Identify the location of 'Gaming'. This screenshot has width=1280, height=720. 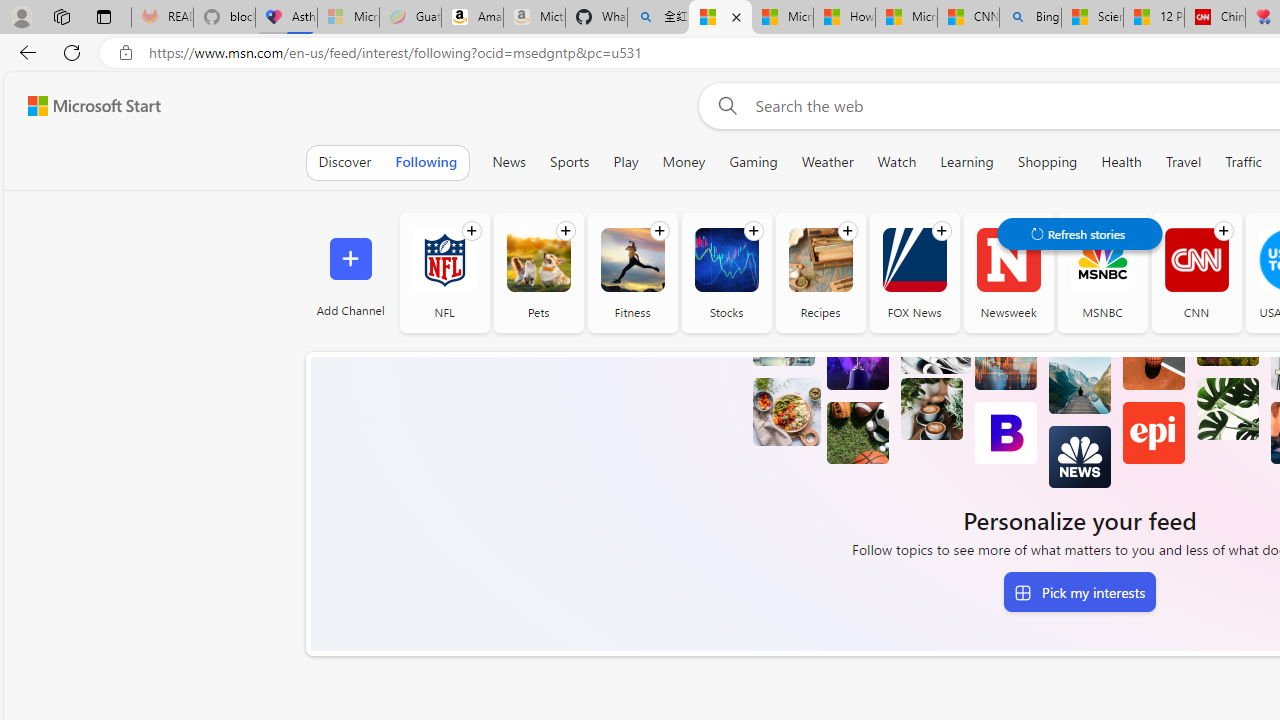
(752, 161).